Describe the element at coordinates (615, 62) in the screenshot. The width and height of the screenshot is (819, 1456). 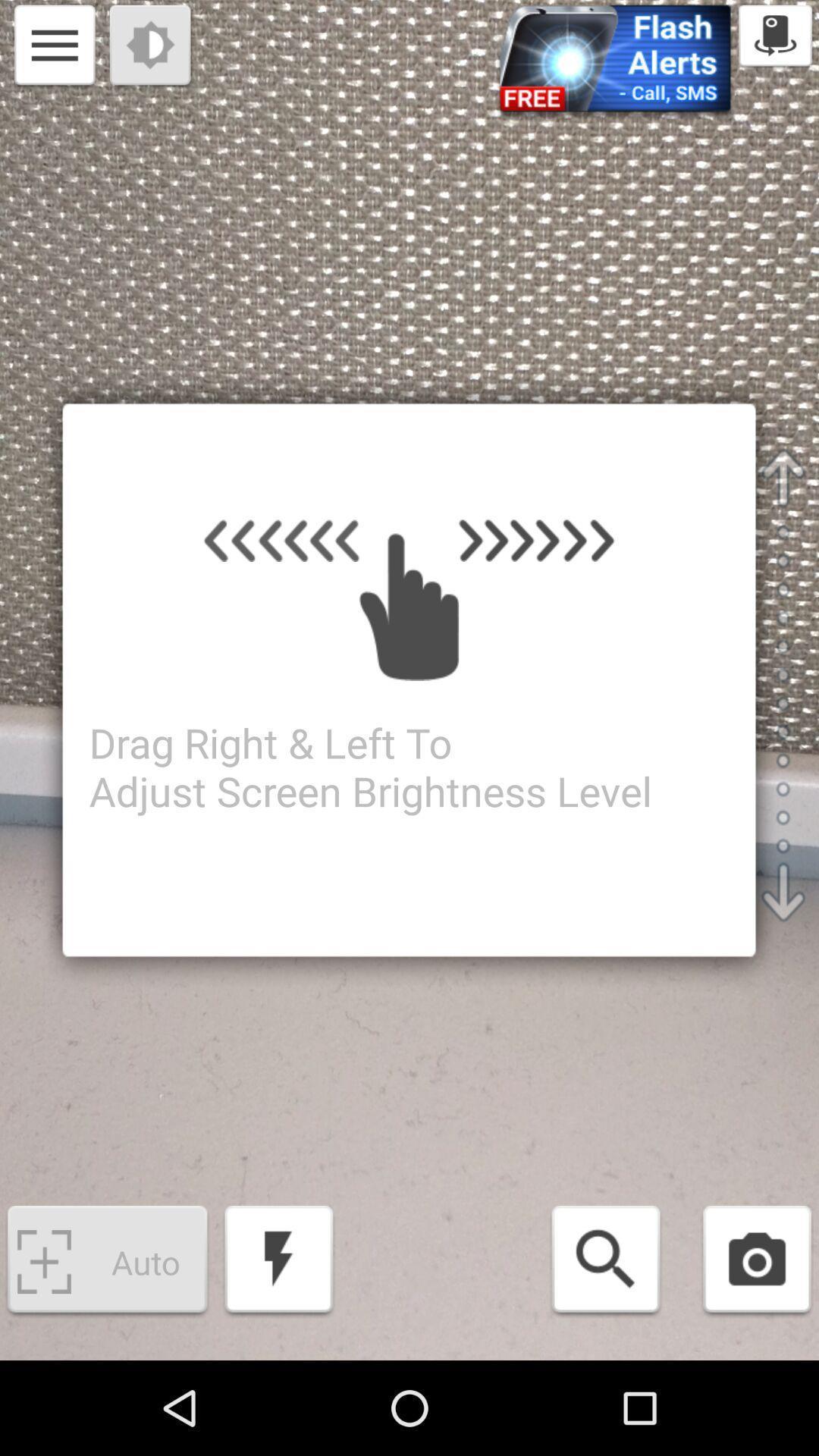
I see `open free flash alerts advertisement` at that location.